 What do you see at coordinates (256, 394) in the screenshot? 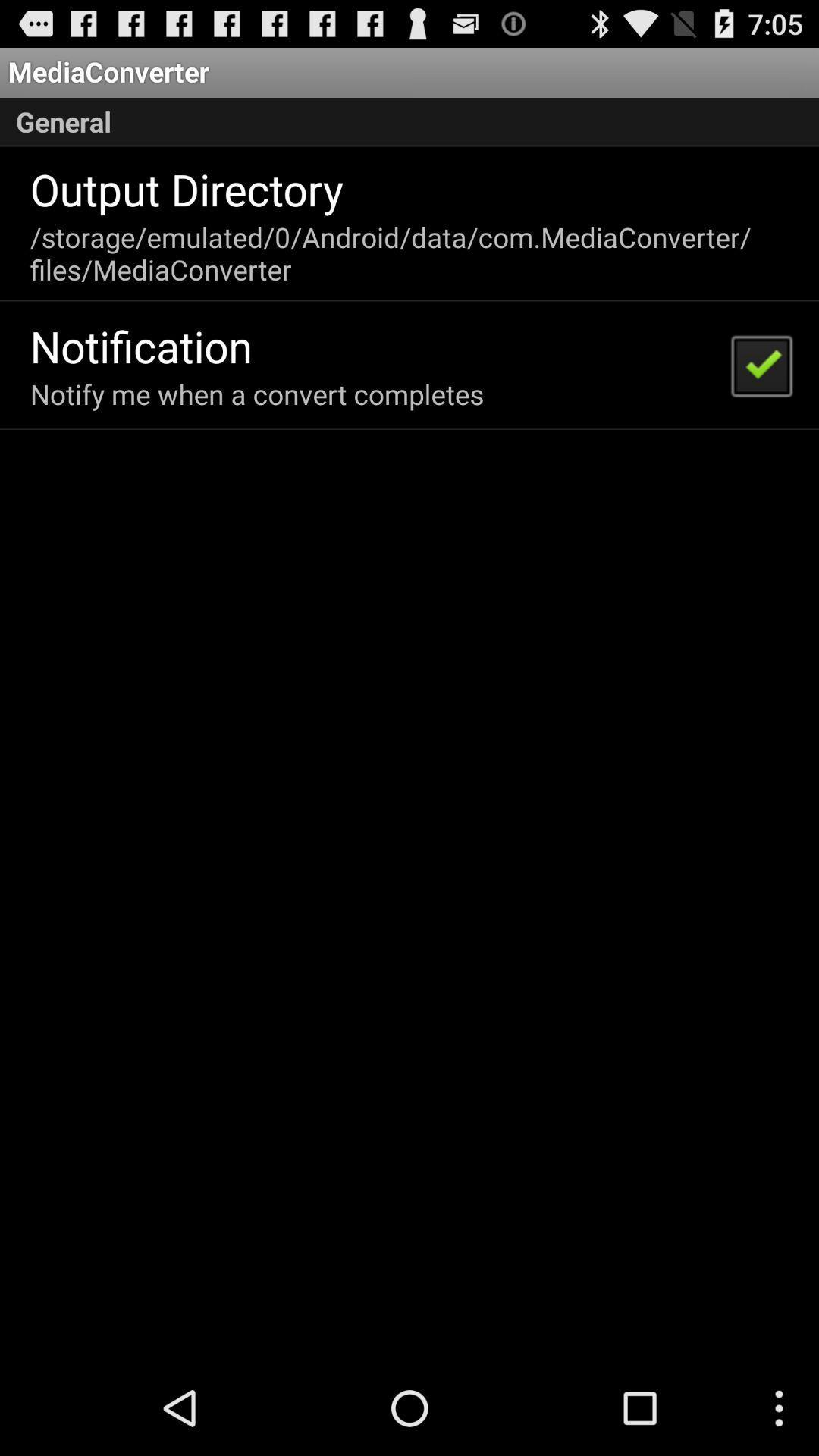
I see `icon below the notification item` at bounding box center [256, 394].